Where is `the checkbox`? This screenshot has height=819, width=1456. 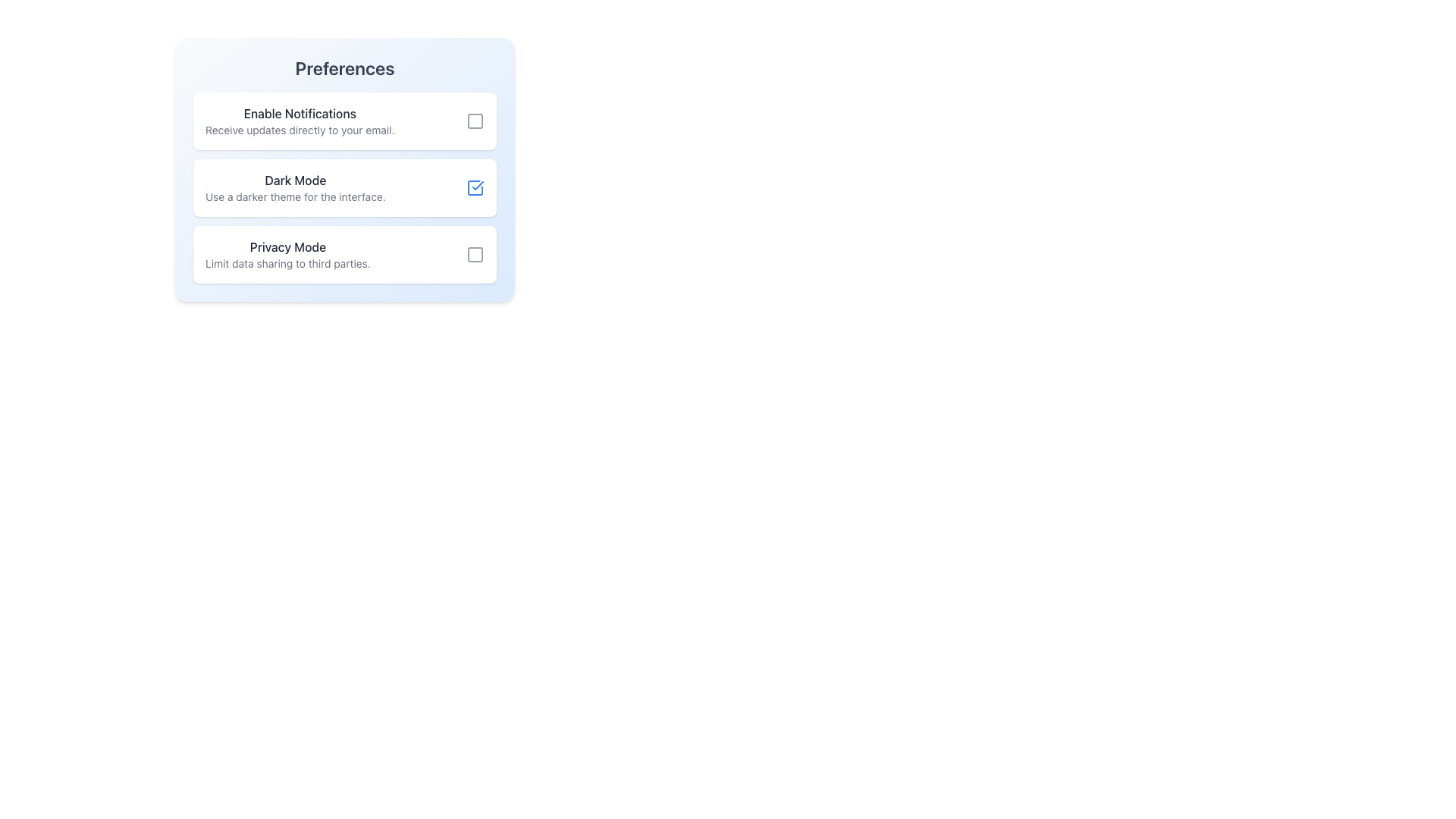 the checkbox is located at coordinates (475, 187).